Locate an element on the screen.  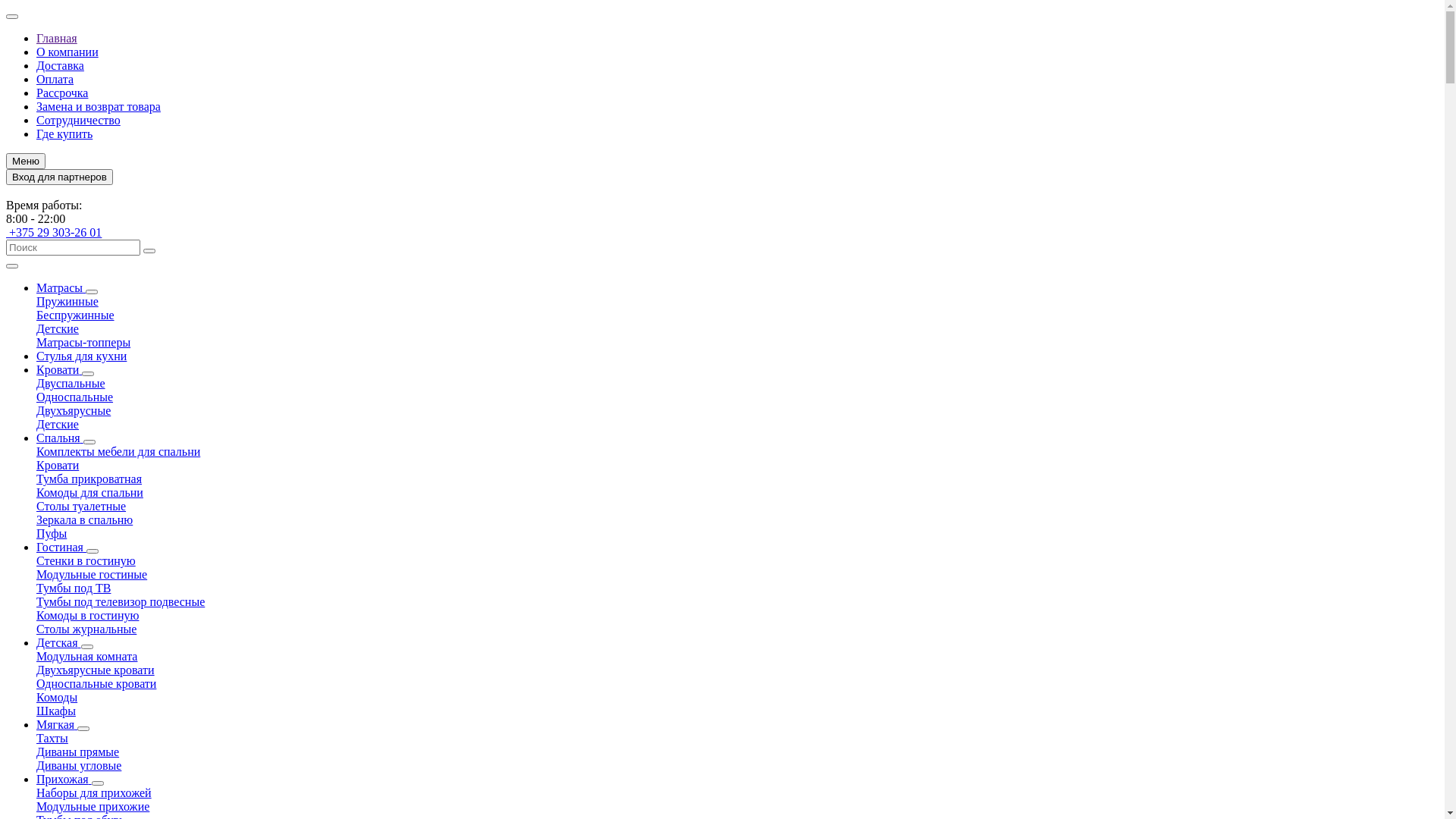
'+375 29 303-26 01' is located at coordinates (54, 232).